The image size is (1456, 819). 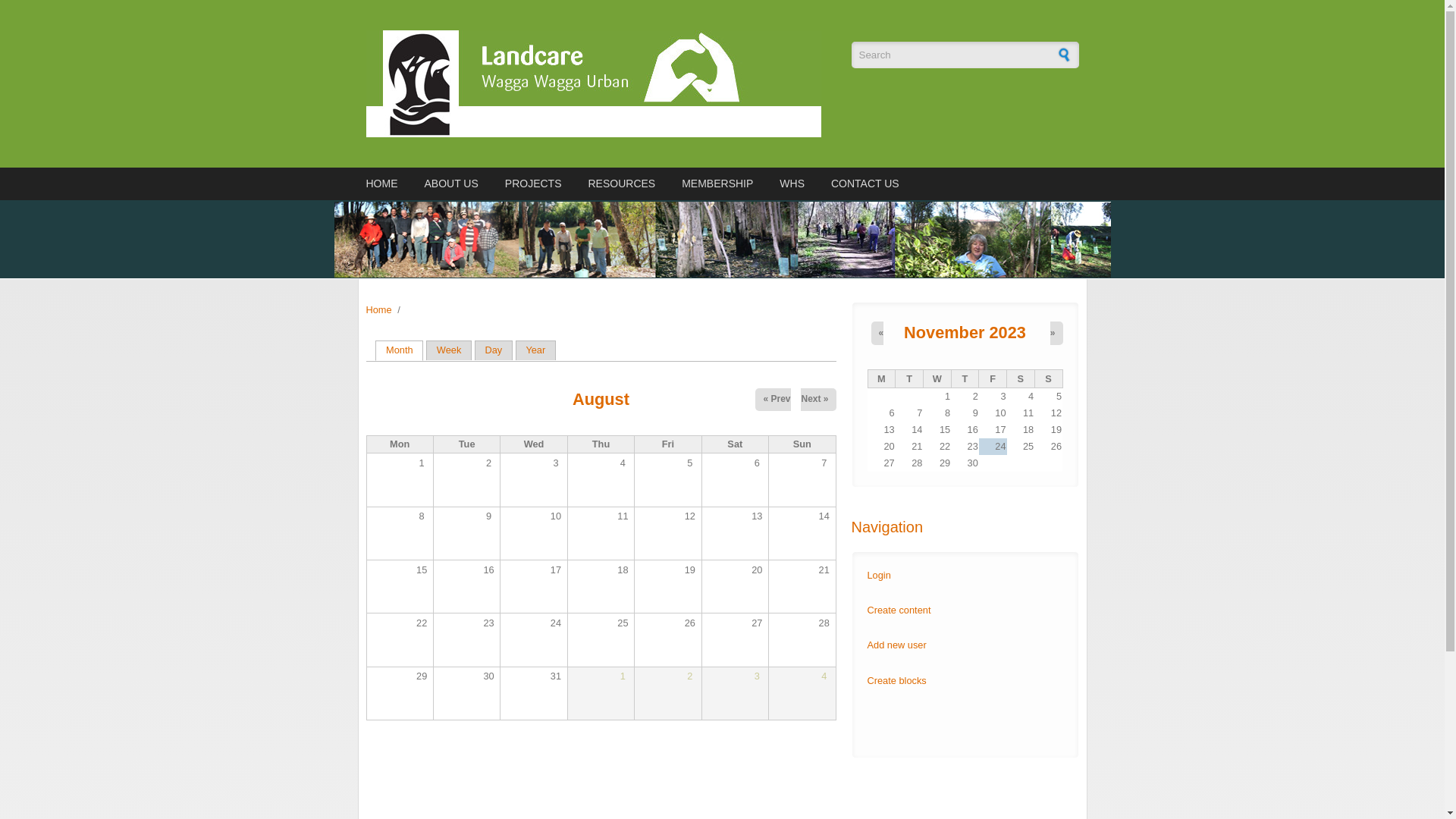 What do you see at coordinates (896, 645) in the screenshot?
I see `'Add new user'` at bounding box center [896, 645].